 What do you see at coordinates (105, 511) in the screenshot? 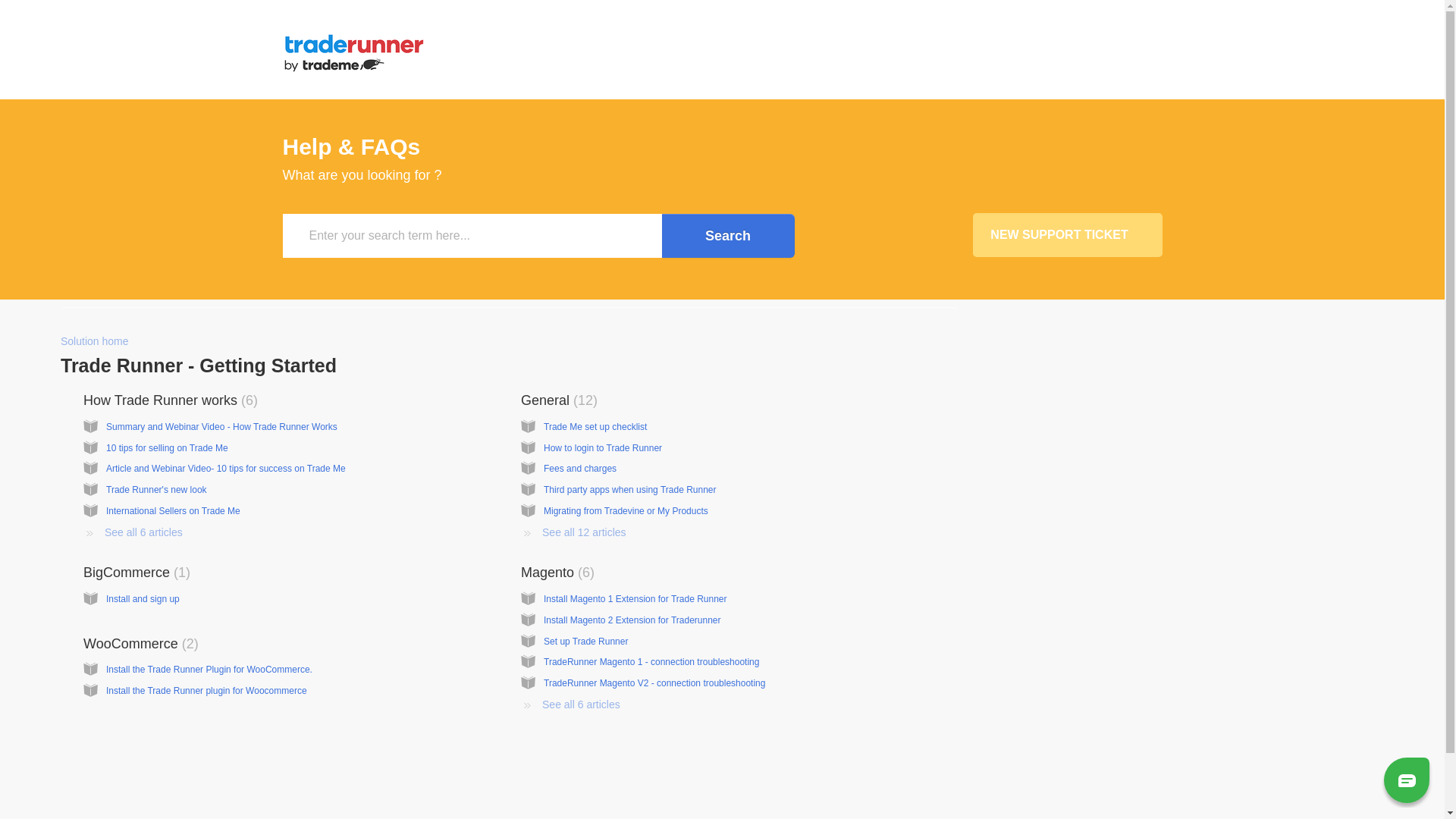
I see `'International Sellers on Trade Me'` at bounding box center [105, 511].